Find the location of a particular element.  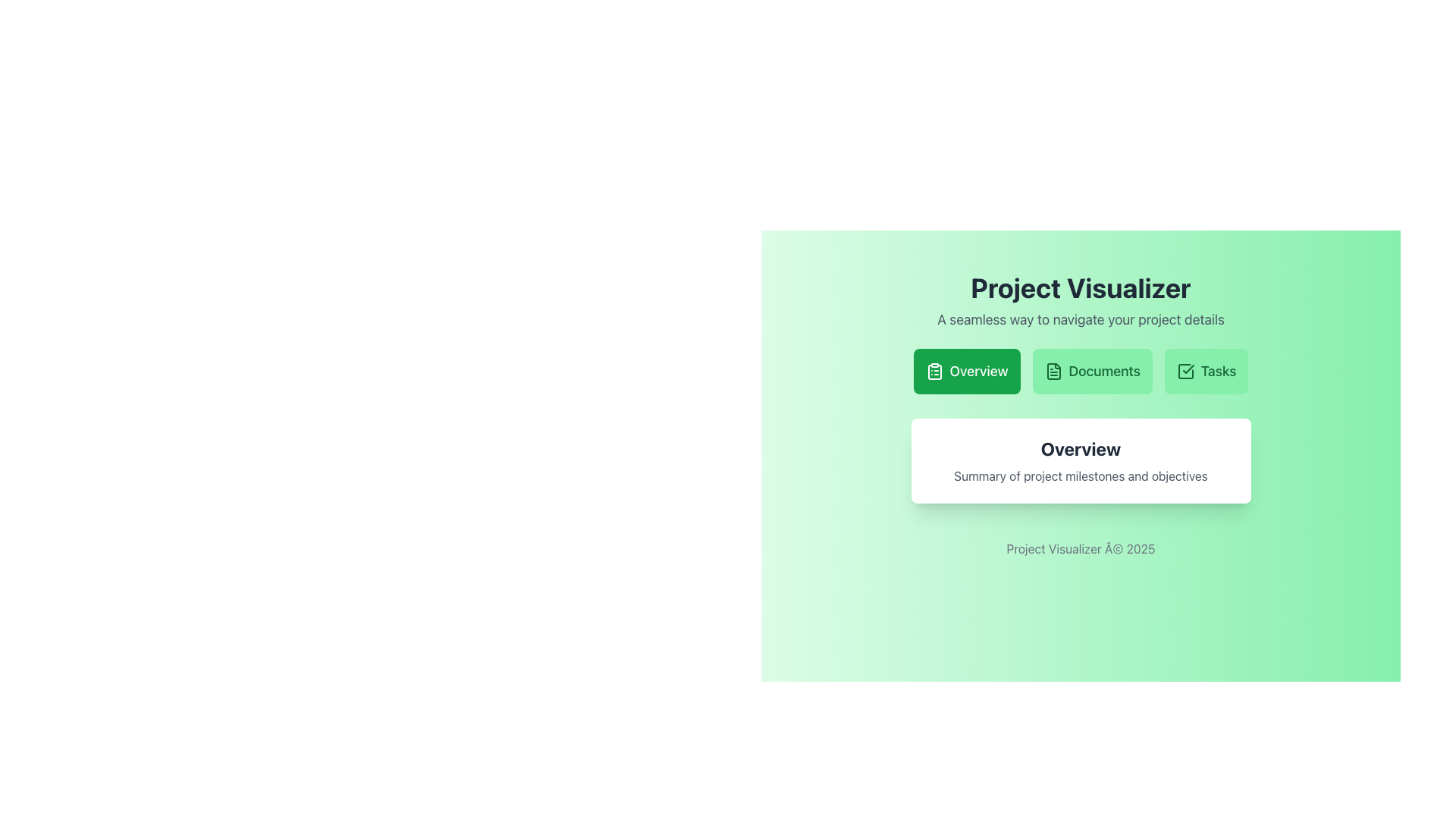

the green 'Overview' button with a clipboard icon located on the leftmost side of the button row under 'Project Visualizer' is located at coordinates (966, 371).